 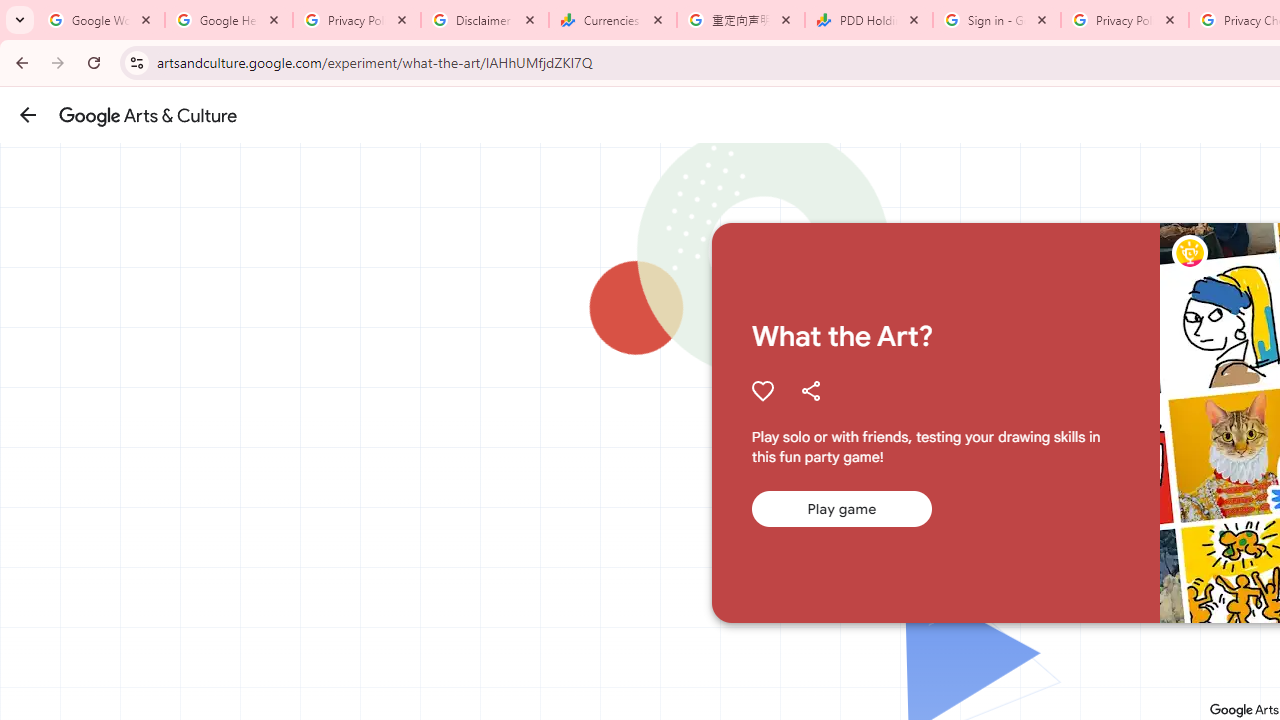 What do you see at coordinates (93, 61) in the screenshot?
I see `'Reload'` at bounding box center [93, 61].